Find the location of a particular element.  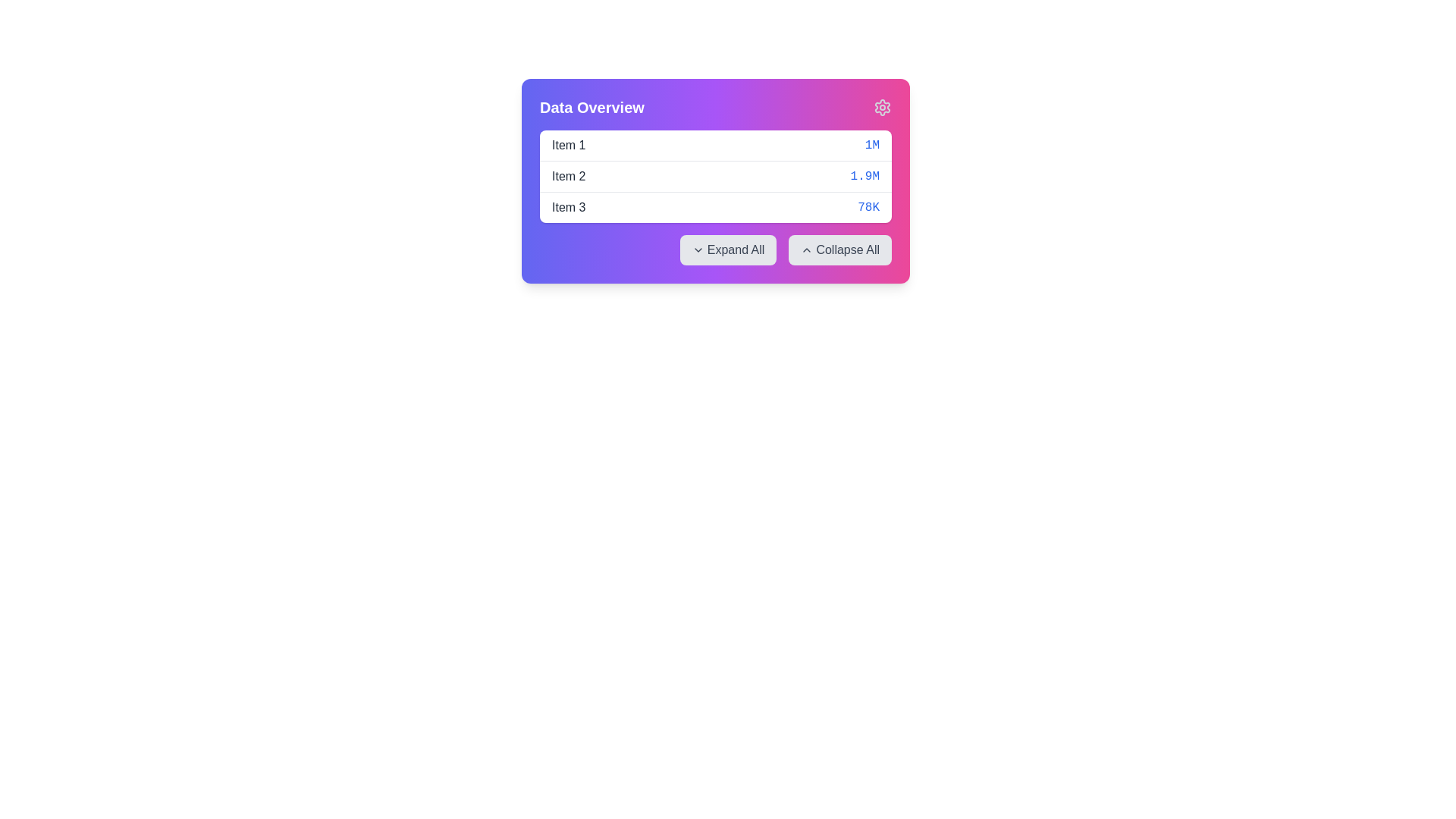

the collapse indicator icon located to the left of the label text in the 'Collapse All' button at the bottom-right section of the 'Data Overview' card is located at coordinates (806, 249).